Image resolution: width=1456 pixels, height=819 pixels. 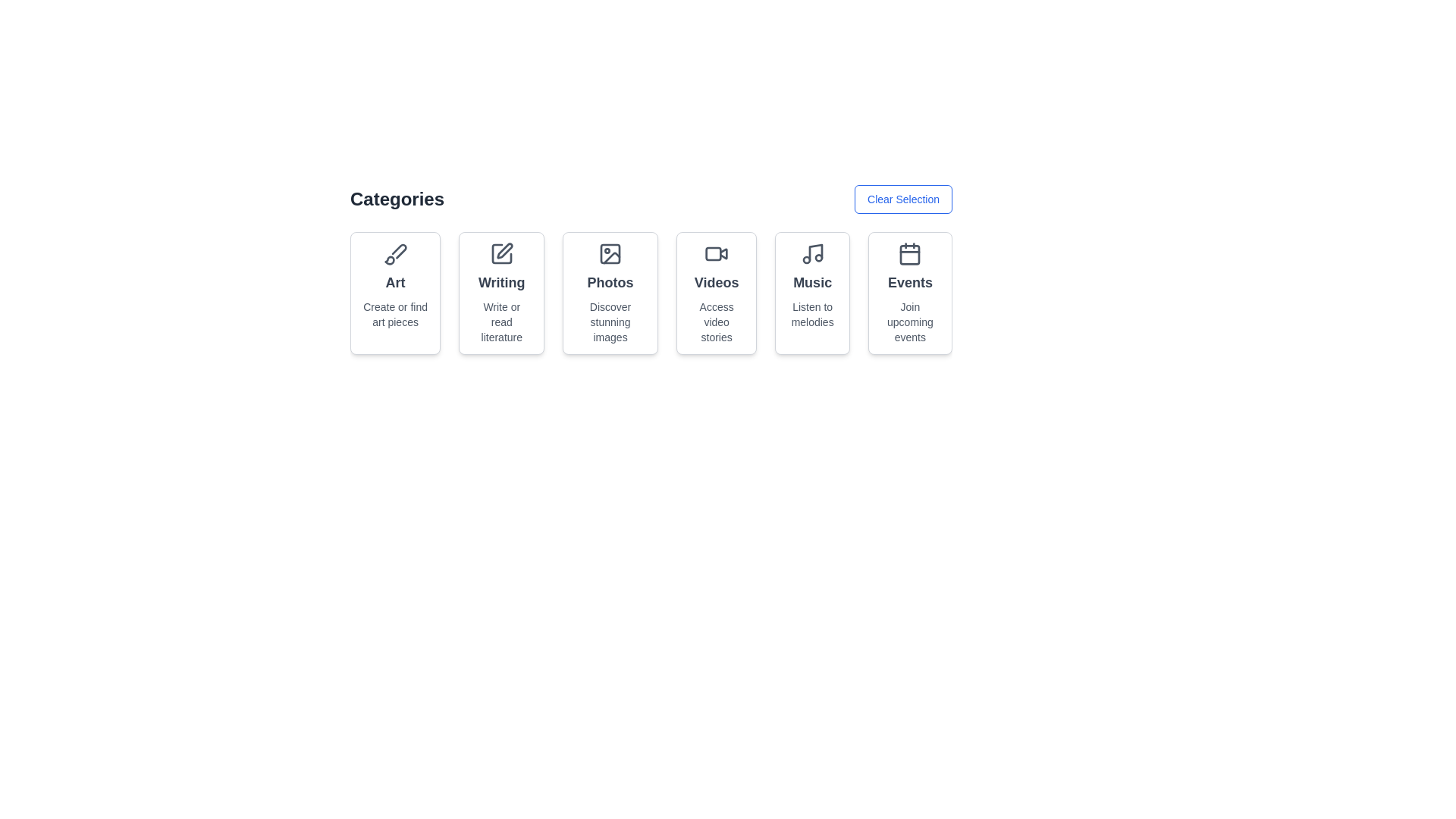 What do you see at coordinates (811, 253) in the screenshot?
I see `the musical note icon, which is styled with a thin stroke and located above the 'Music' and 'Listen to melodies' text in the card-like structure` at bounding box center [811, 253].